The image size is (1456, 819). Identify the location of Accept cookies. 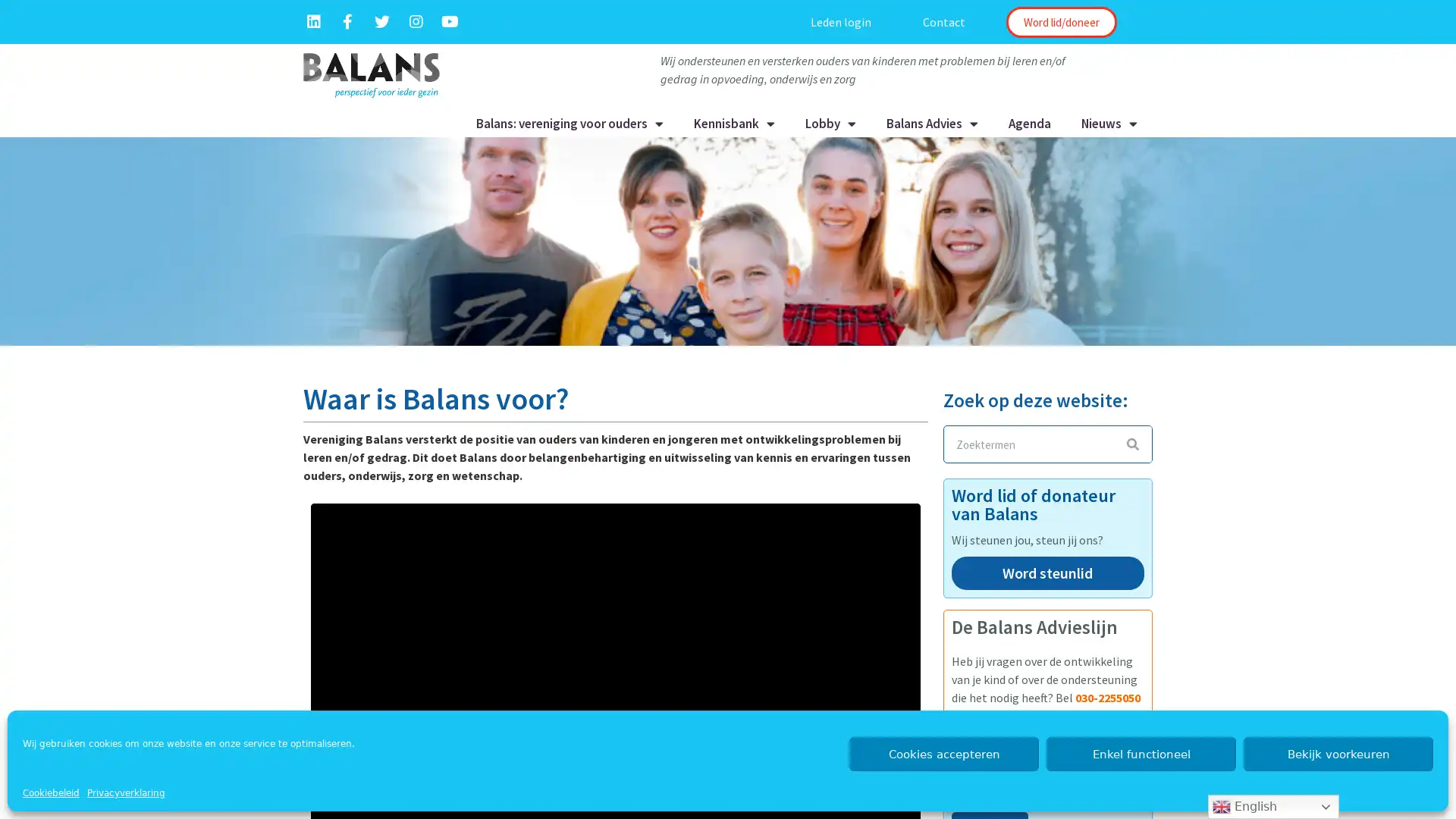
(943, 754).